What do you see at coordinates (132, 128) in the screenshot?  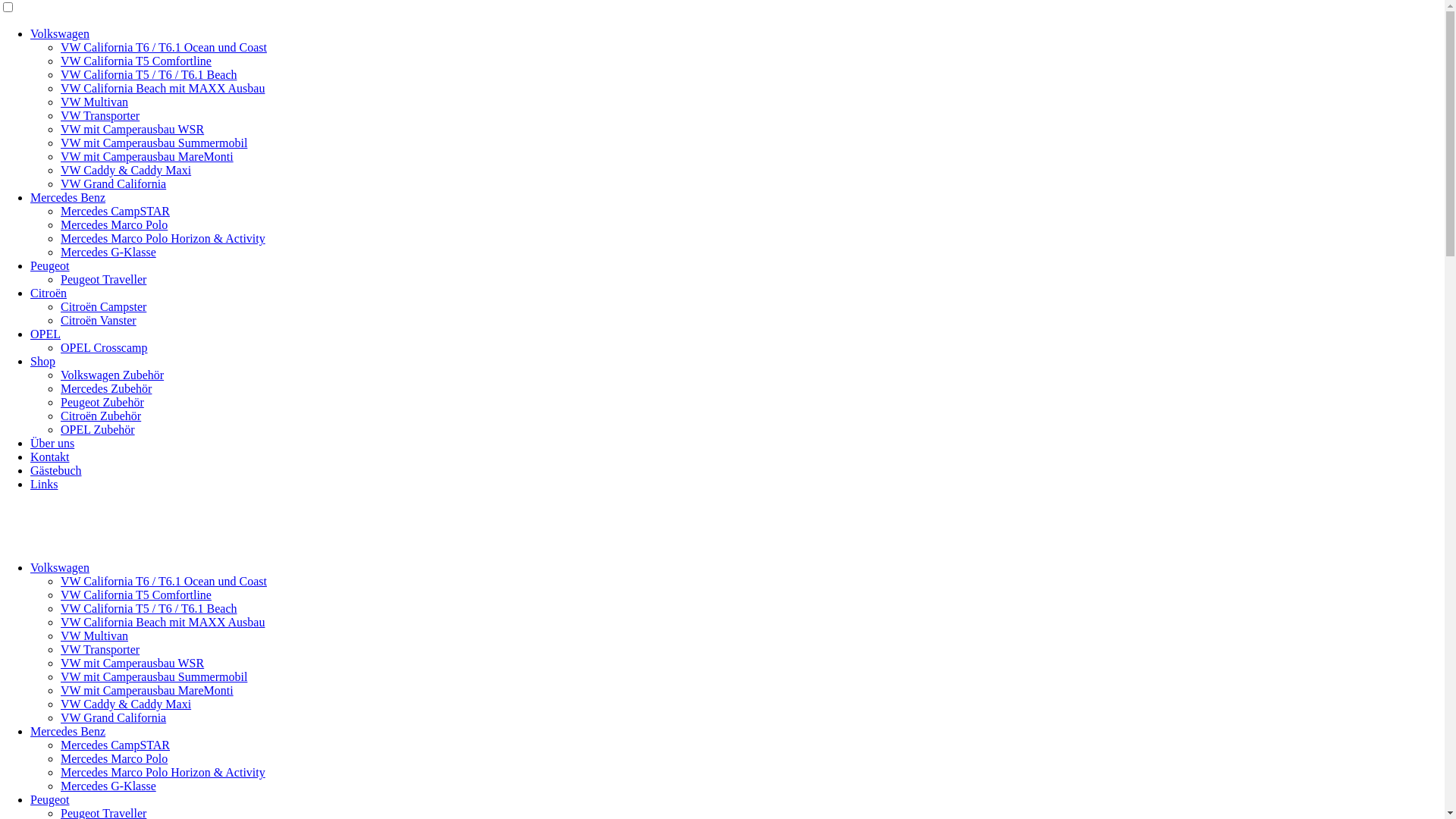 I see `'VW mit Camperausbau WSR'` at bounding box center [132, 128].